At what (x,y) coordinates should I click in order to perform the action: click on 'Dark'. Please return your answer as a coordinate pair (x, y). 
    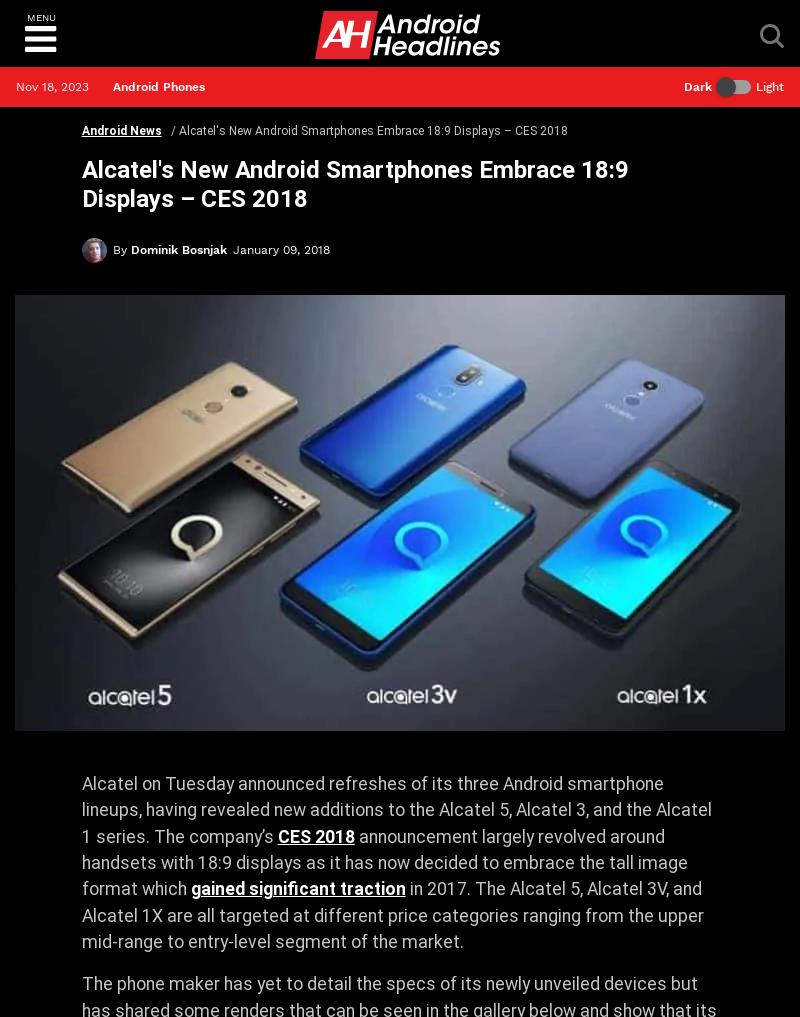
    Looking at the image, I should click on (698, 86).